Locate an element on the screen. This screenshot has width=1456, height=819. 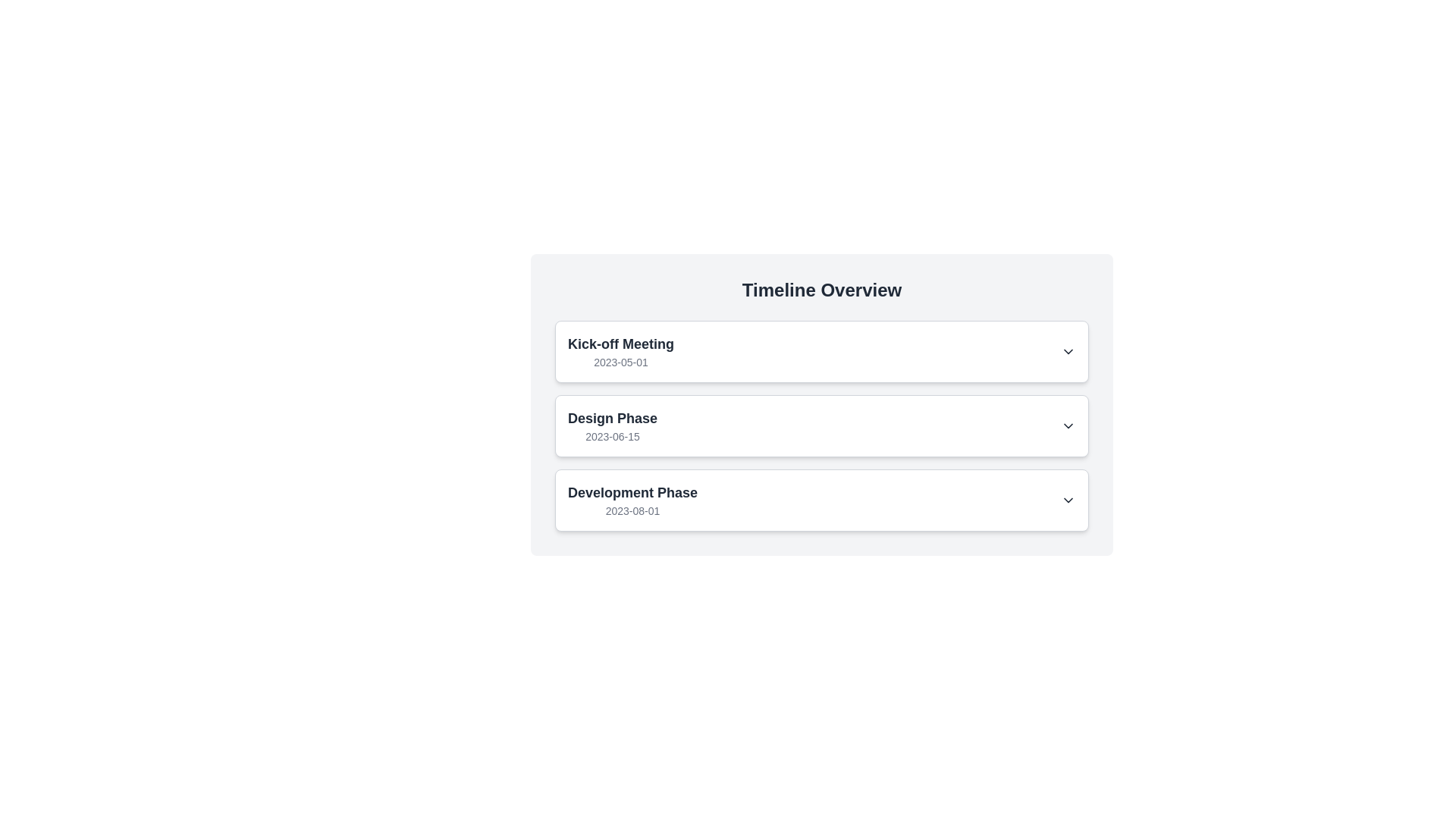
event name and date from the static text label titled 'Kick-off Meeting' in the 'Timeline Overview' section is located at coordinates (621, 351).